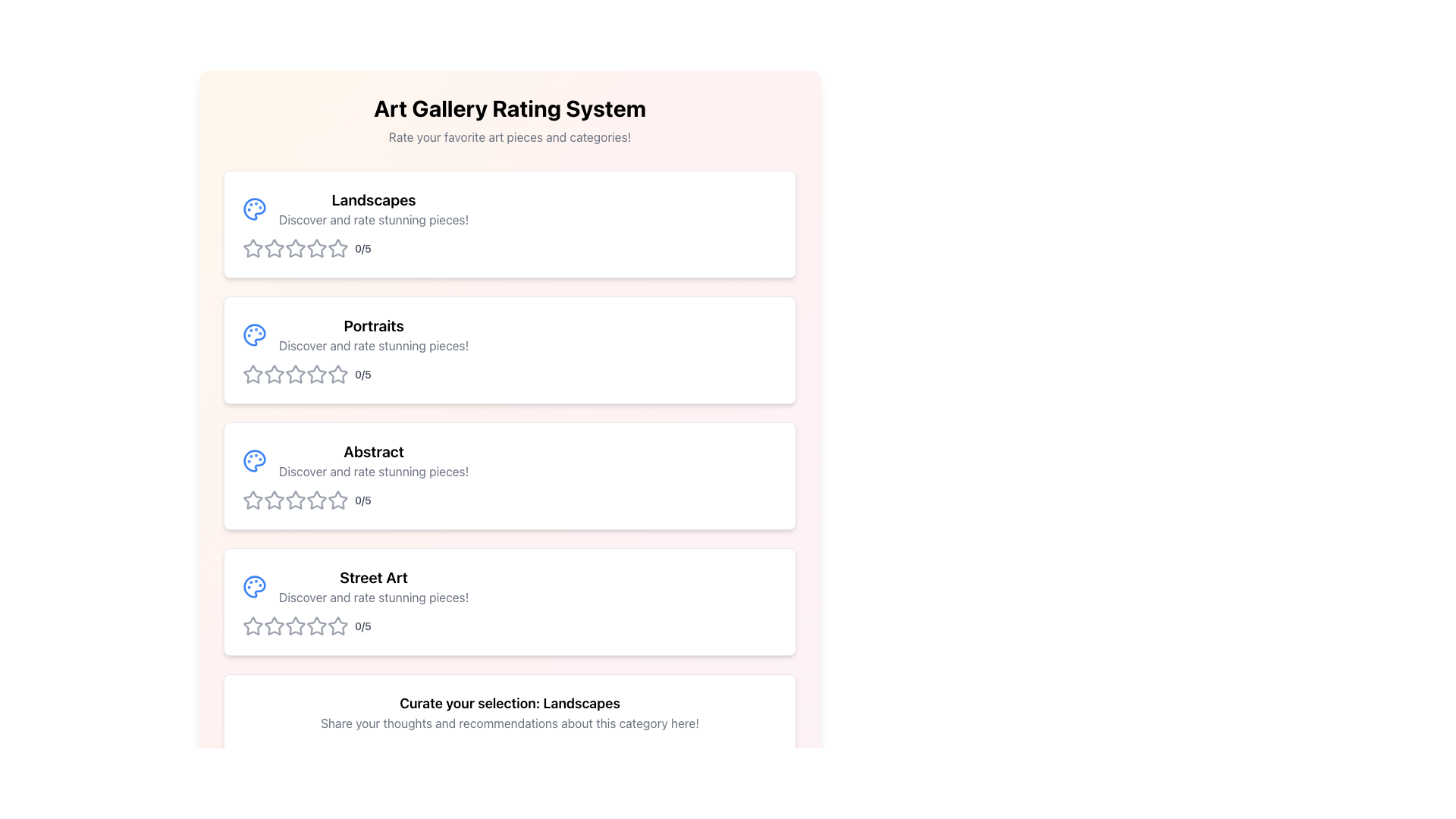 The height and width of the screenshot is (819, 1456). What do you see at coordinates (274, 500) in the screenshot?
I see `the first star icon from the left in the row of five stars within the 'Abstract' section` at bounding box center [274, 500].